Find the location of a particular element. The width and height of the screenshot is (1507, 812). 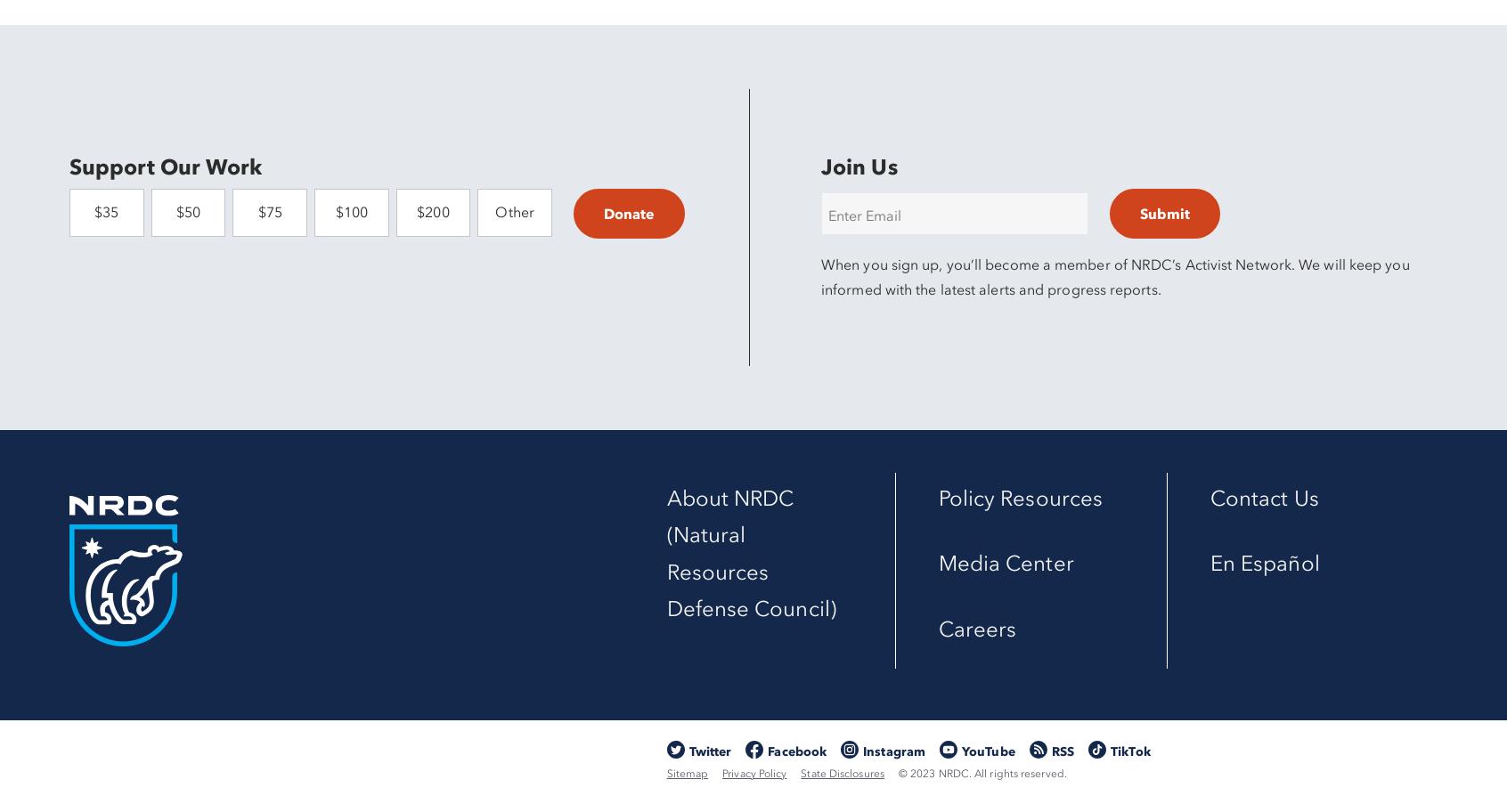

'Careers' is located at coordinates (936, 628).